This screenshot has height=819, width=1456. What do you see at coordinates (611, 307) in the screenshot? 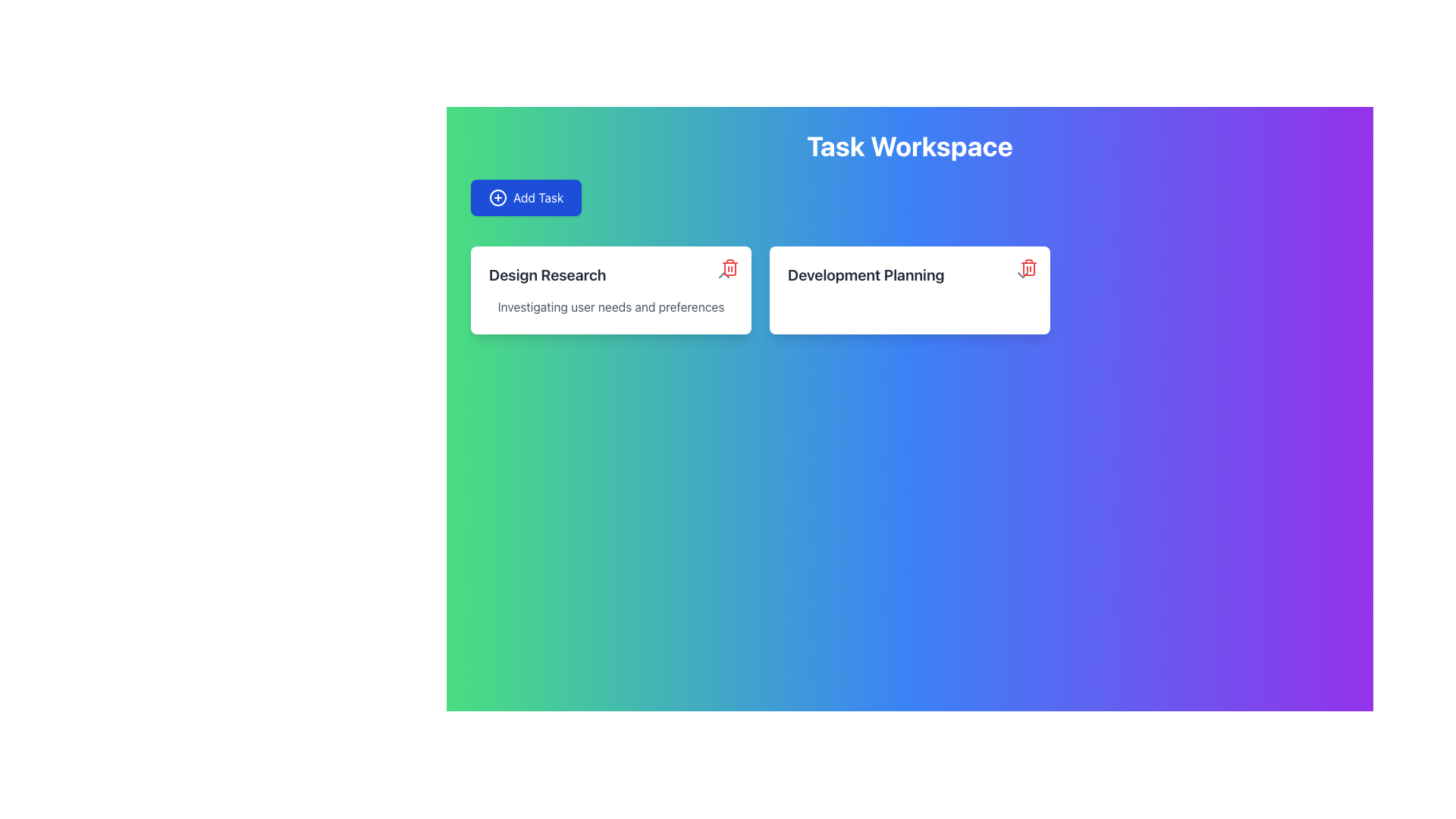
I see `the text label displaying 'Investigating user needs and preferences' within the card labeled 'Design Research'` at bounding box center [611, 307].